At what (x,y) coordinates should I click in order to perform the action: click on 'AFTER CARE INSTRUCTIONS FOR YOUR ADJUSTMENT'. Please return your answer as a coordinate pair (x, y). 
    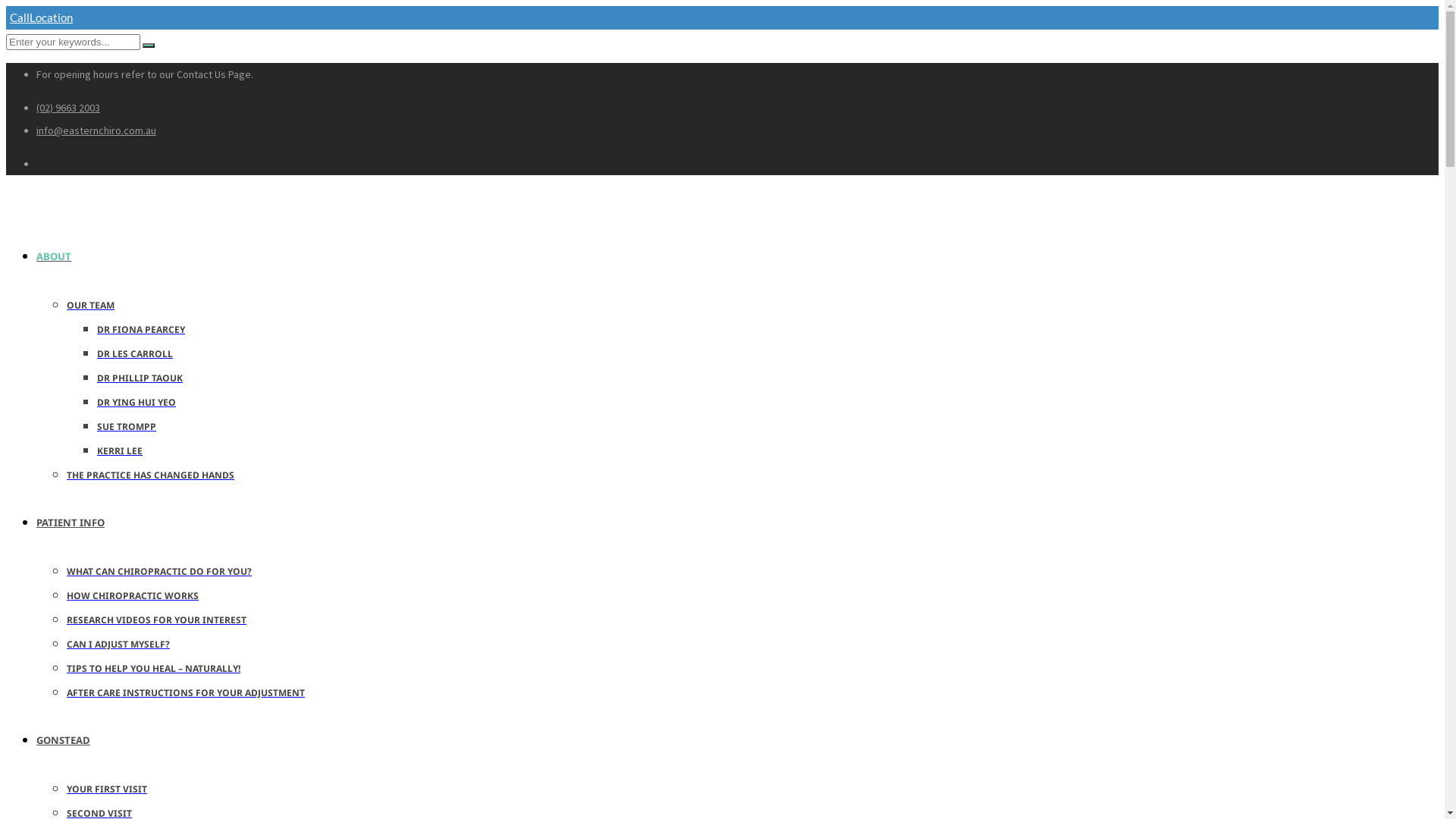
    Looking at the image, I should click on (184, 692).